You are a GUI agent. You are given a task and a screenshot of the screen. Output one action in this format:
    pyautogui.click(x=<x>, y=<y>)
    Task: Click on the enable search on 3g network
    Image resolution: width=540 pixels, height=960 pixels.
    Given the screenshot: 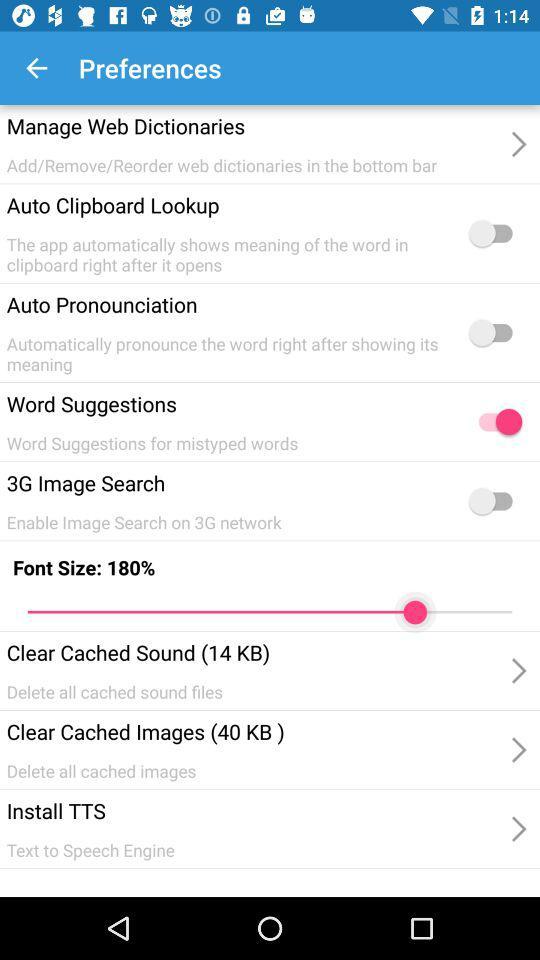 What is the action you would take?
    pyautogui.click(x=494, y=500)
    